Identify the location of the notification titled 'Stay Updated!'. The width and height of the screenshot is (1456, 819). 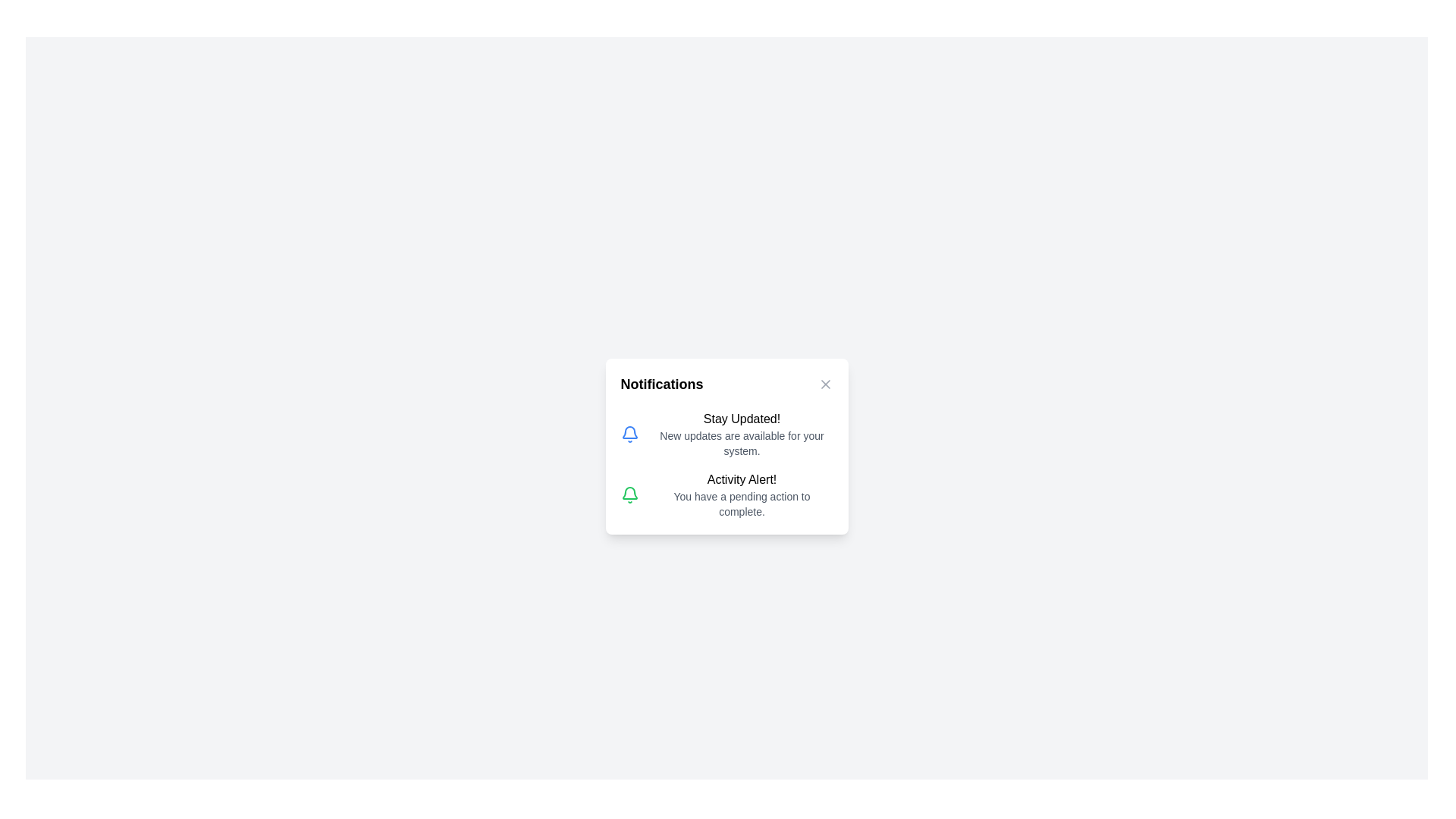
(629, 435).